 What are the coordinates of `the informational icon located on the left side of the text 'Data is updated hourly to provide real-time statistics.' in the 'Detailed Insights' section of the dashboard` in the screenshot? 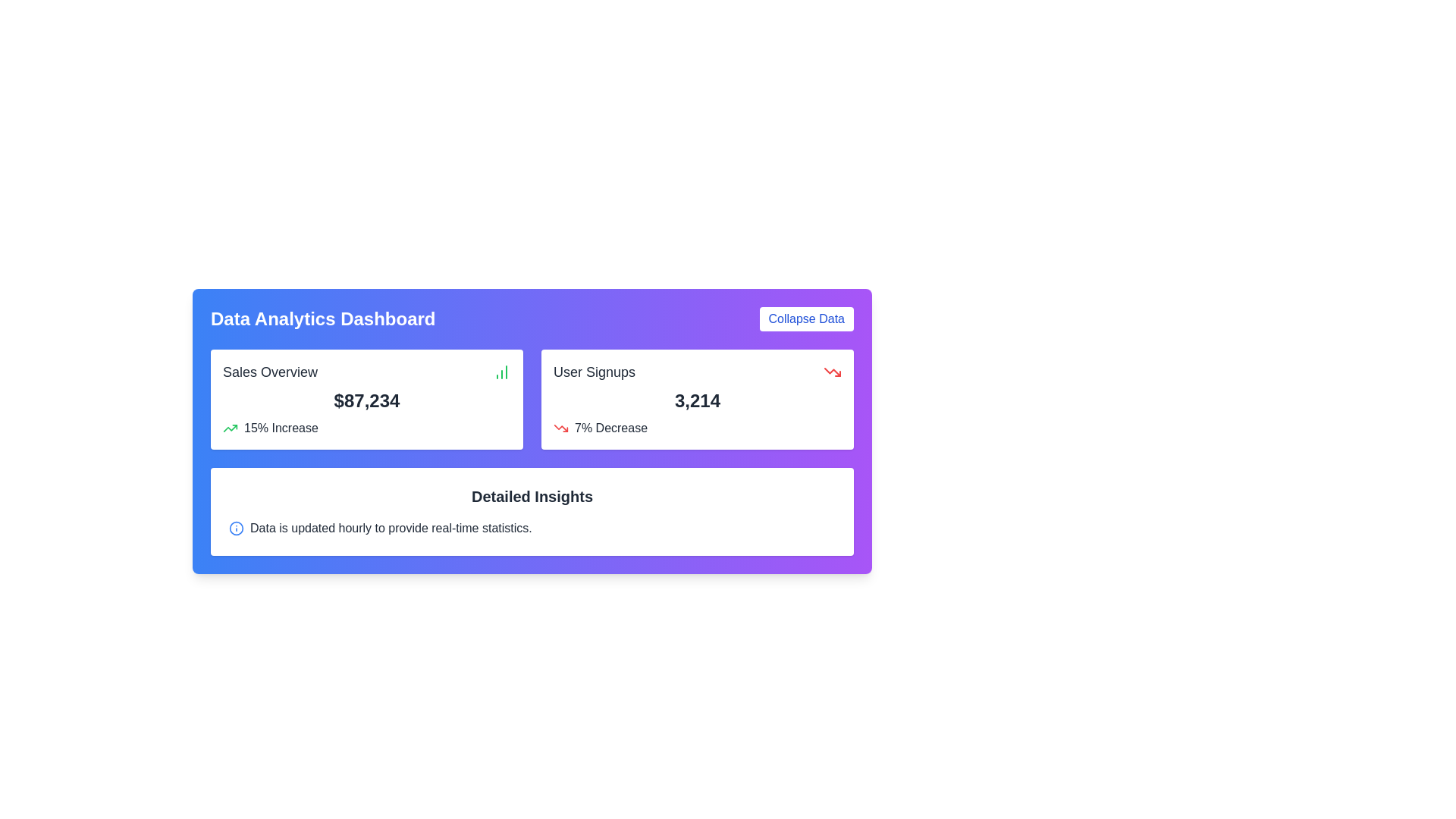 It's located at (236, 528).